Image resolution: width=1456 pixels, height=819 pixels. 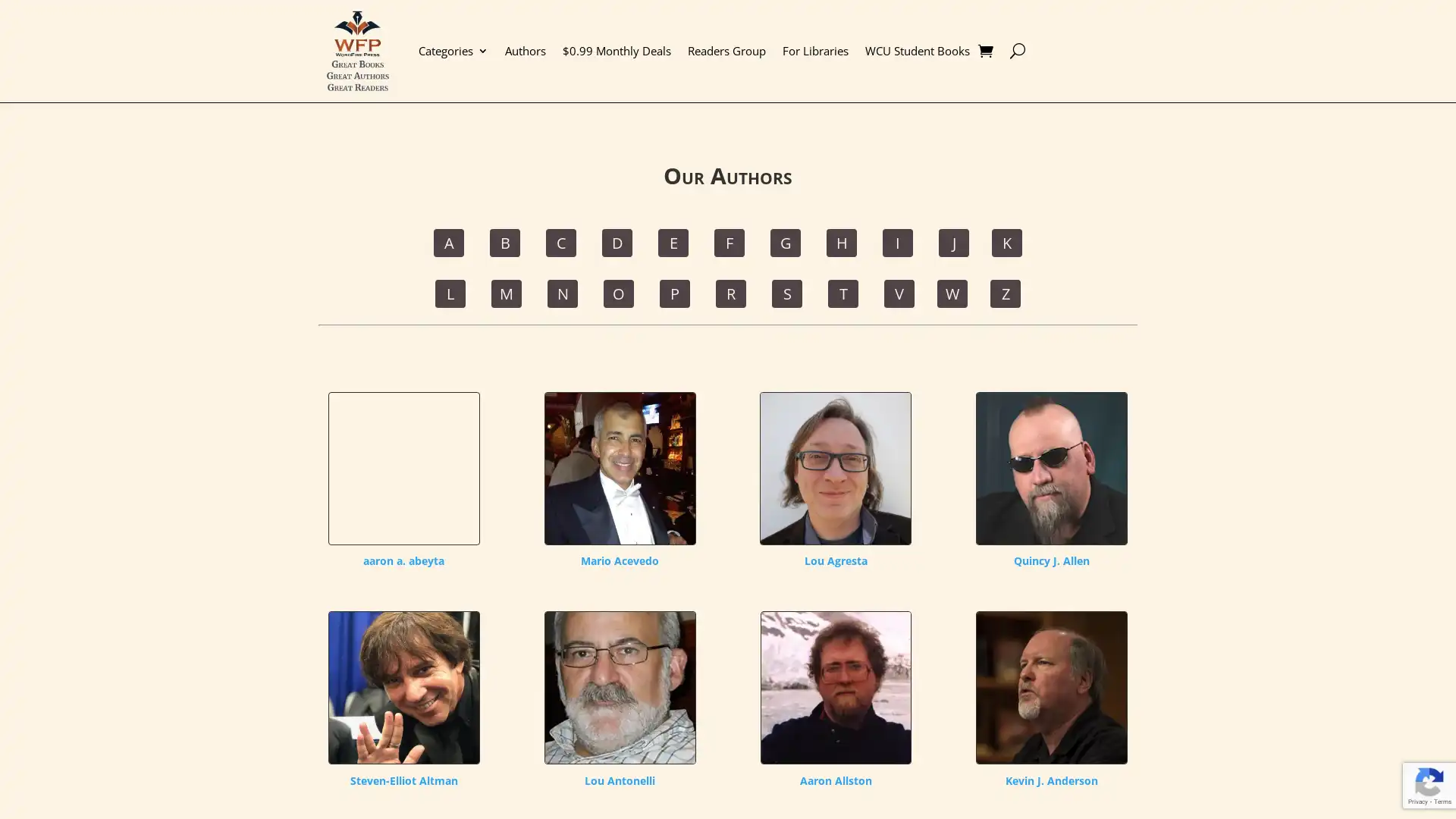 What do you see at coordinates (898, 241) in the screenshot?
I see `I` at bounding box center [898, 241].